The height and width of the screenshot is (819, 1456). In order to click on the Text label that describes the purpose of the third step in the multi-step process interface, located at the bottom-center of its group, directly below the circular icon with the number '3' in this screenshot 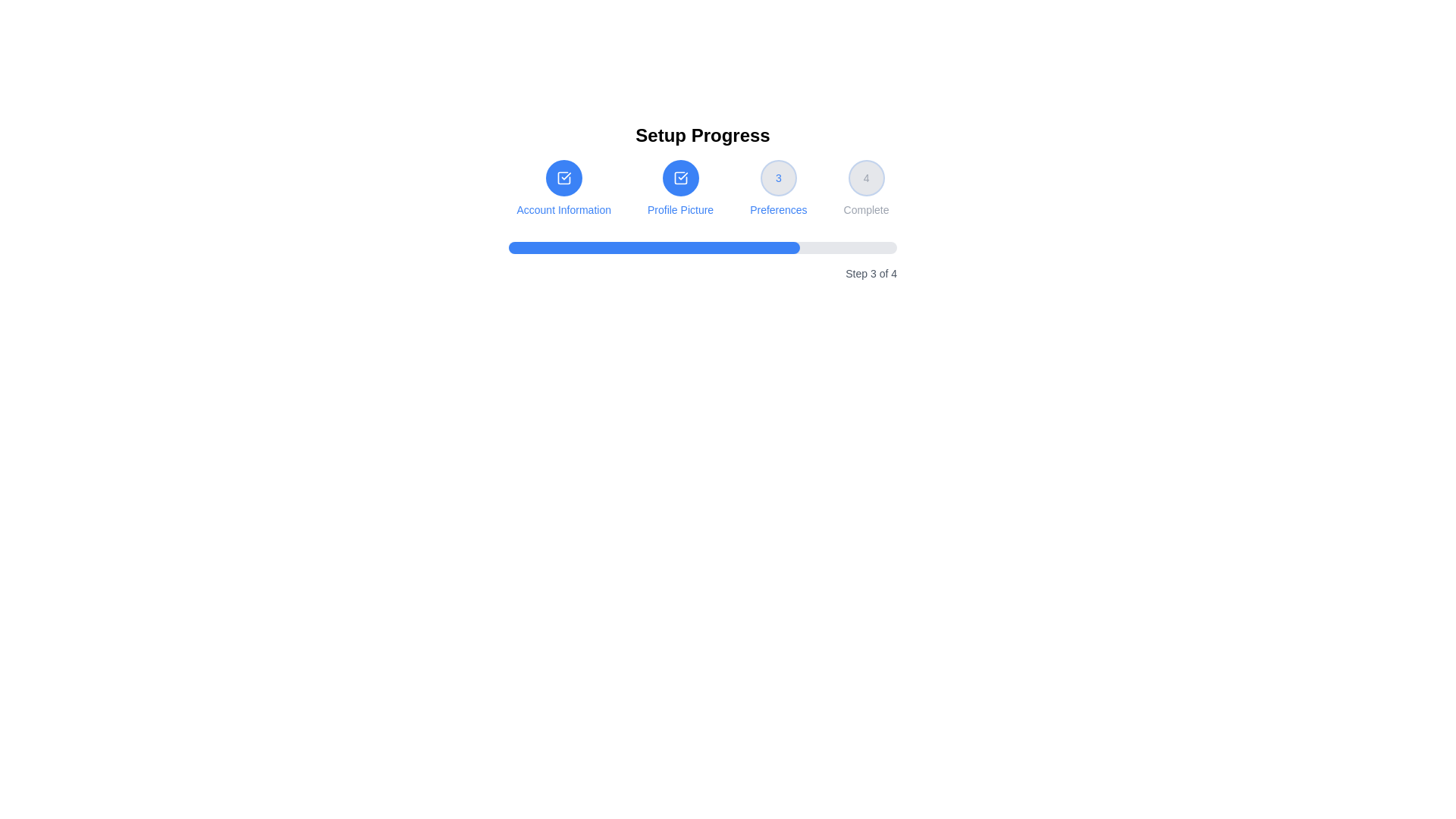, I will do `click(778, 210)`.